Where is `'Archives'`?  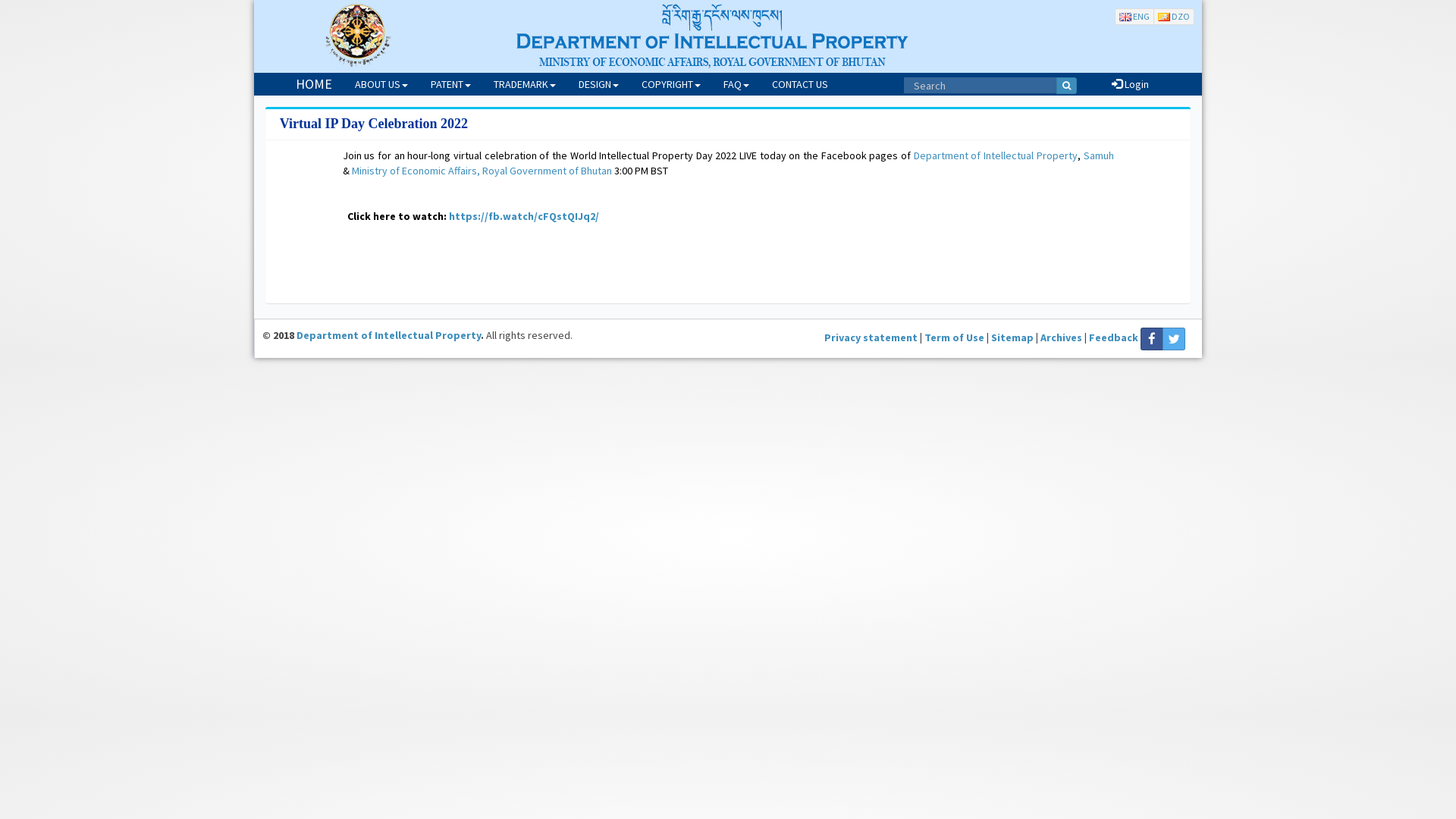 'Archives' is located at coordinates (1060, 336).